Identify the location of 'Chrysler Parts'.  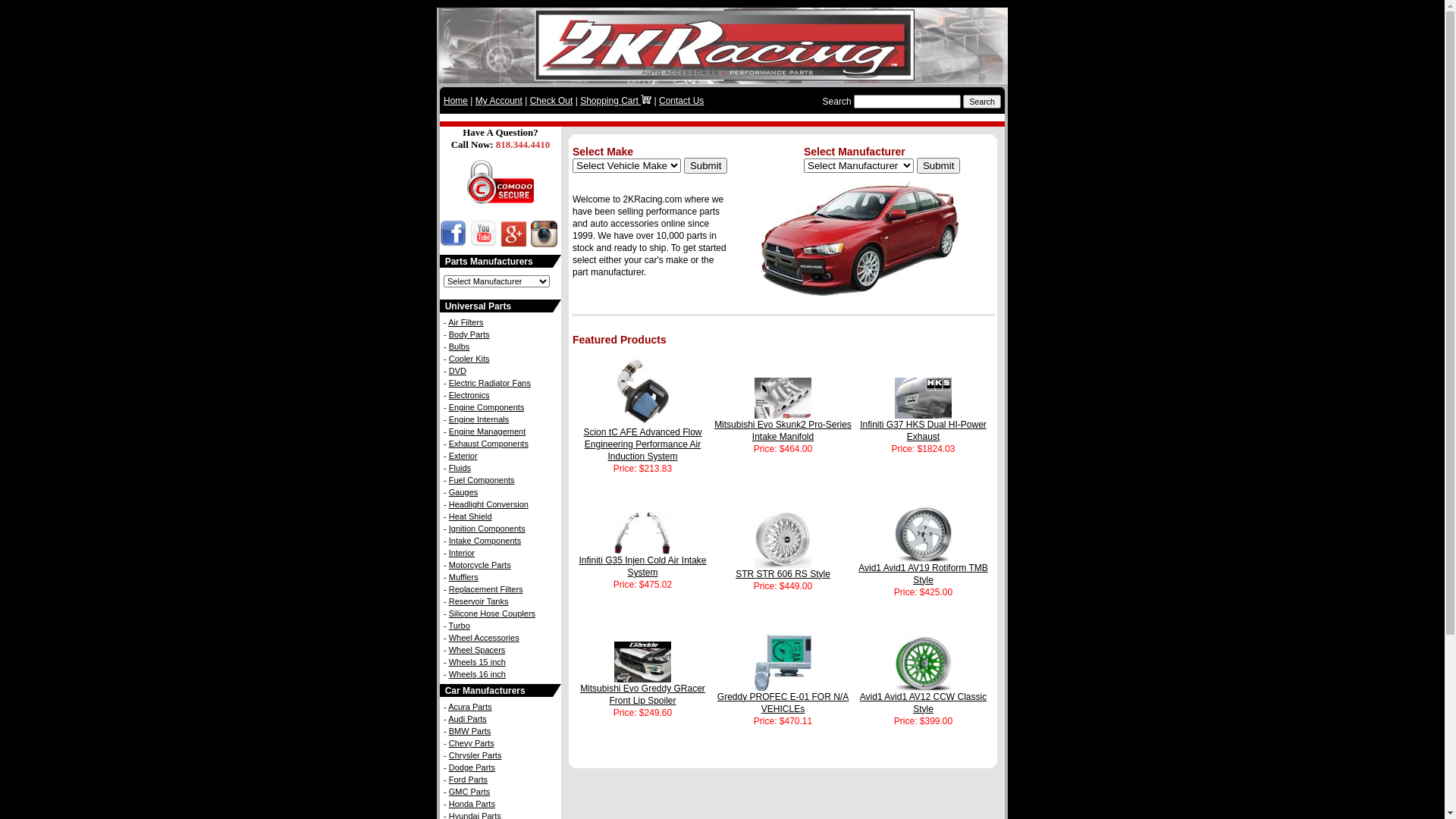
(475, 755).